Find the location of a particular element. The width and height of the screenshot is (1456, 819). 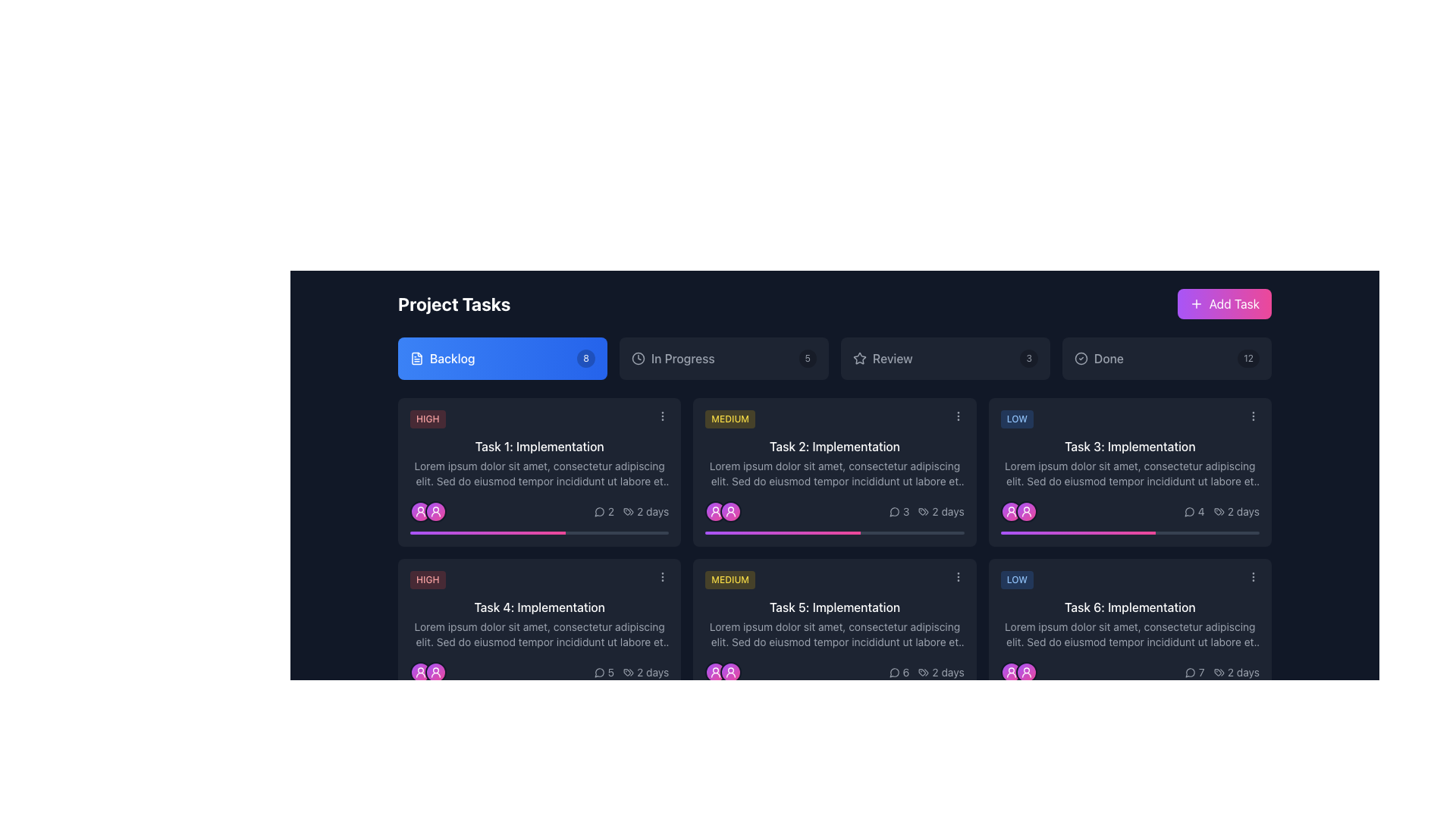

the Icon group (user avatars) representing two users in the 'Task 5: Implementation' card located in the second row and second column of the project tasks grid is located at coordinates (723, 672).